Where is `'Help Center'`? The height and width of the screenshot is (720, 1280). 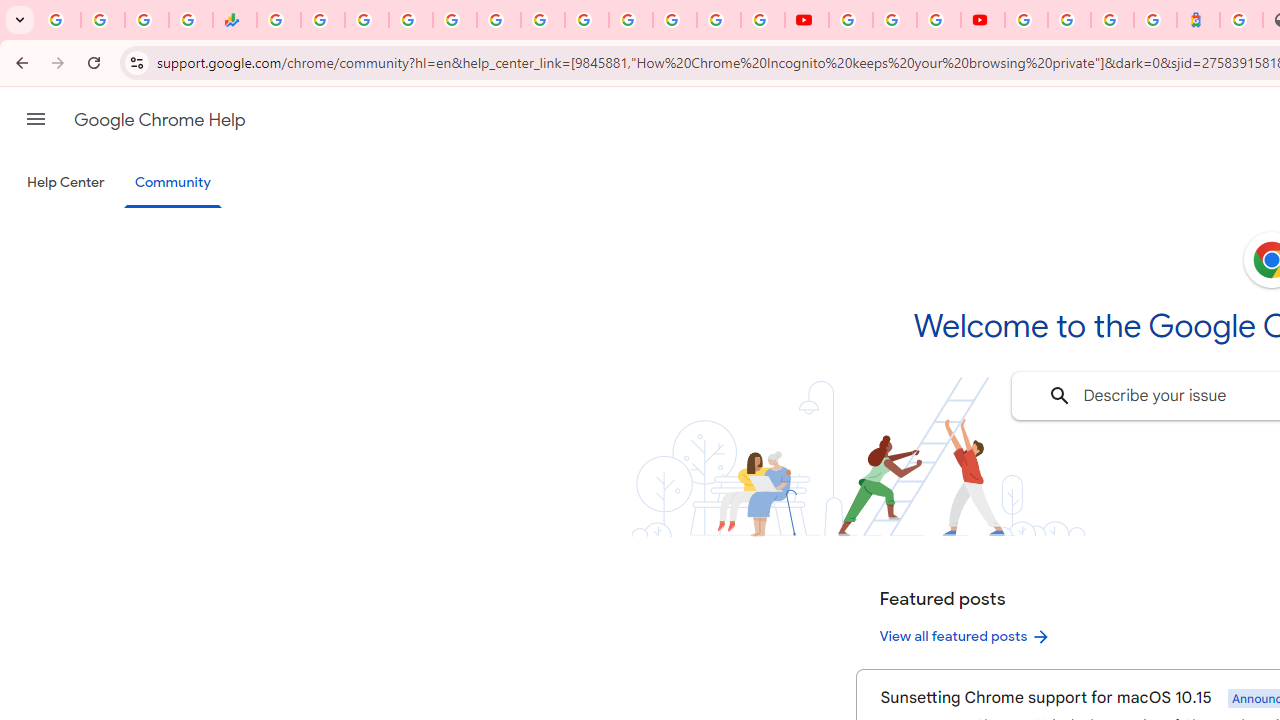 'Help Center' is located at coordinates (65, 183).